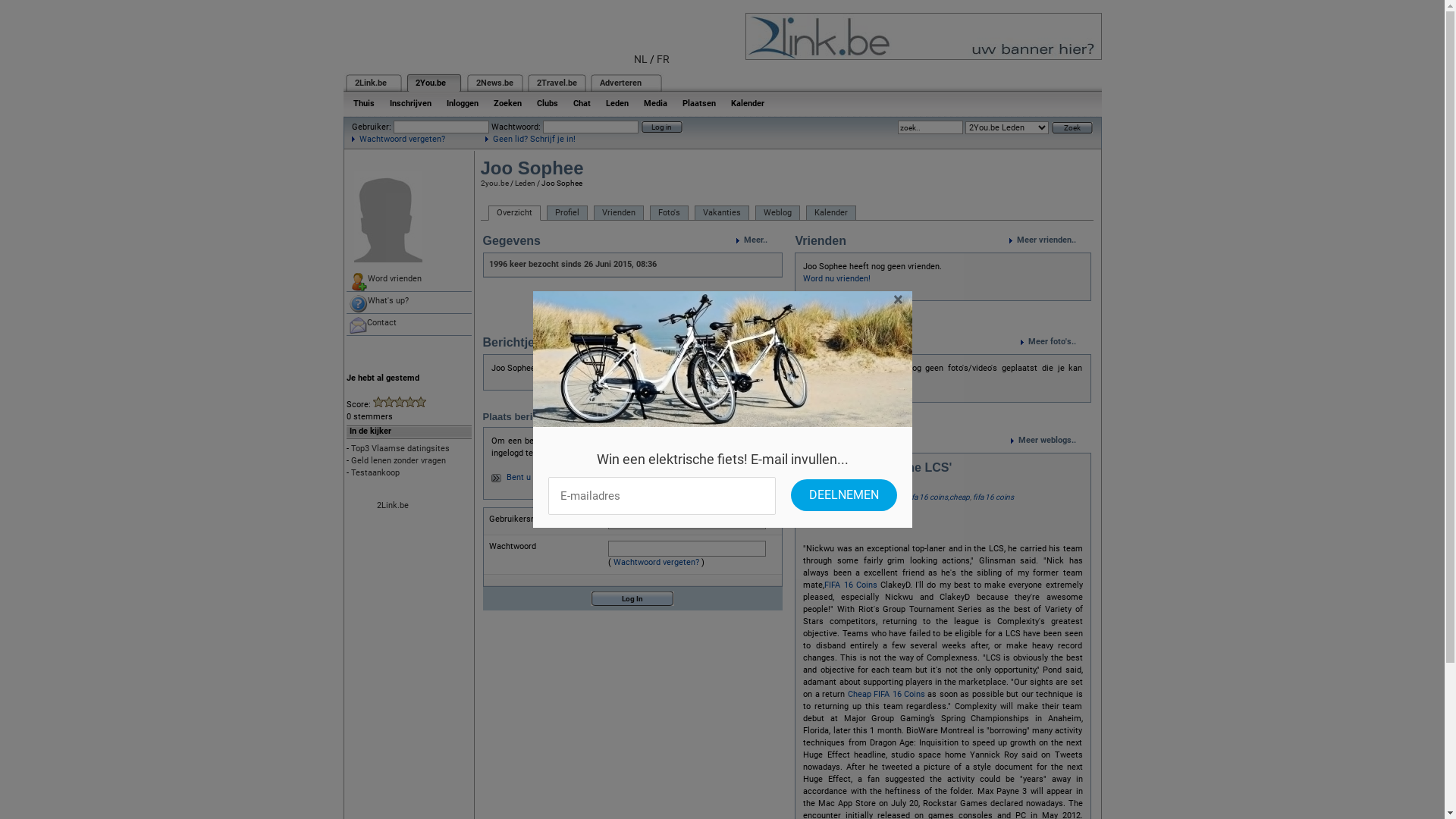 The width and height of the screenshot is (1456, 819). What do you see at coordinates (836, 278) in the screenshot?
I see `'Word nu vrienden!'` at bounding box center [836, 278].